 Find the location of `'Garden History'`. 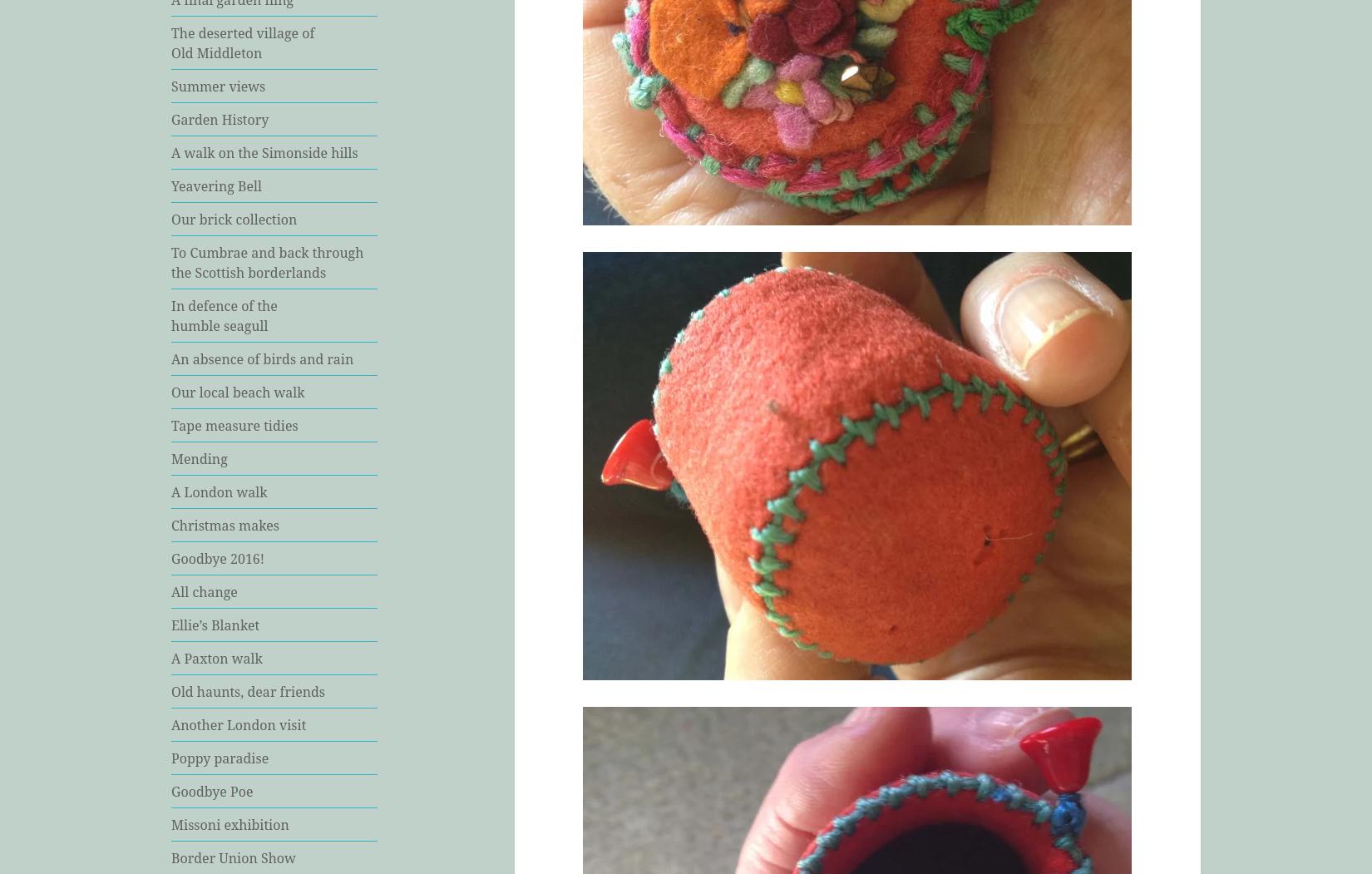

'Garden History' is located at coordinates (220, 118).